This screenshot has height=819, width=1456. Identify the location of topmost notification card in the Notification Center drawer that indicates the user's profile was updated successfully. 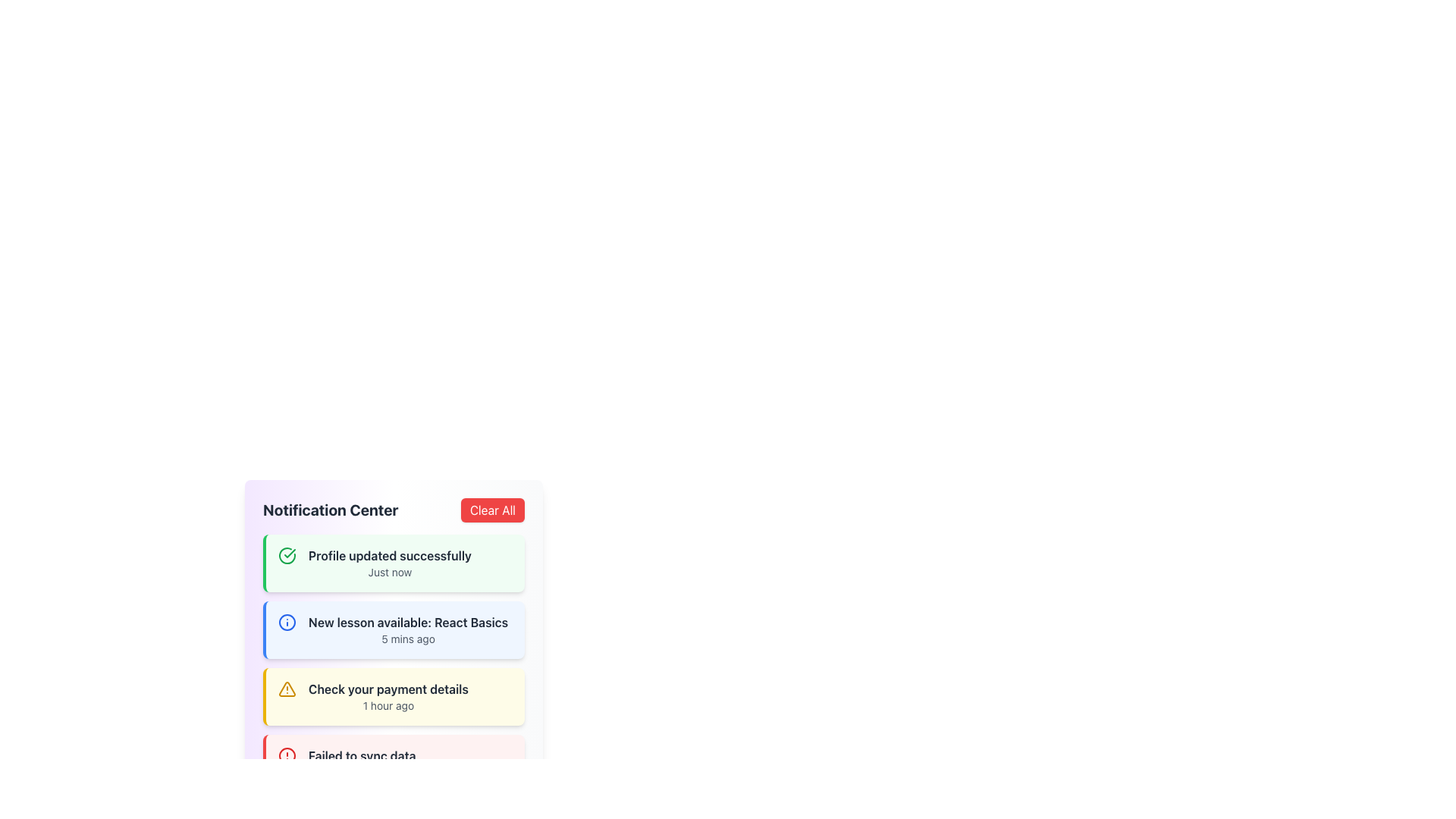
(394, 563).